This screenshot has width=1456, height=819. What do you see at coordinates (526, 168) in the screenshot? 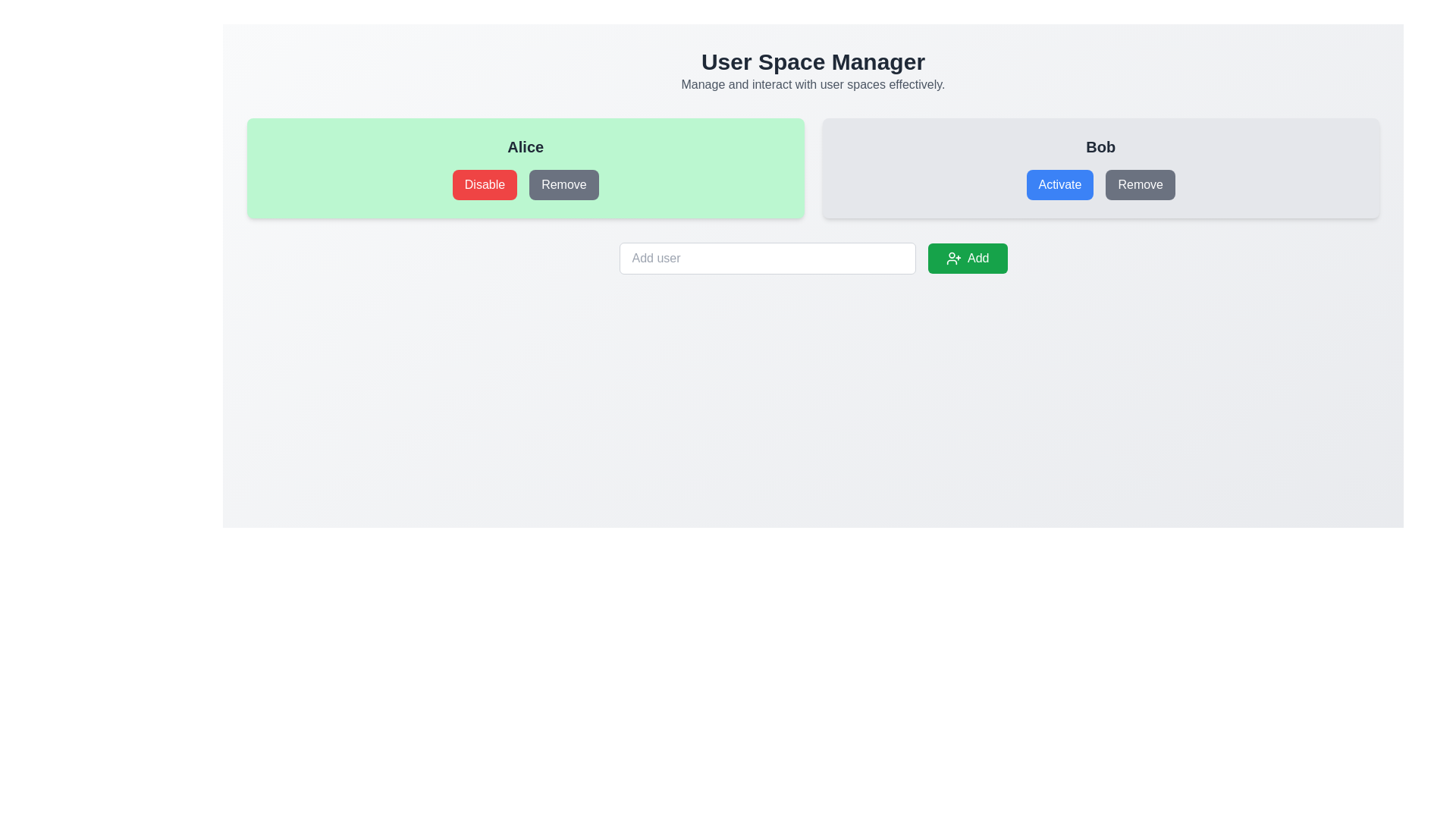
I see `the 'Remove' button on the user card representing 'Alice' located in the first column under the 'User Space Manager' header` at bounding box center [526, 168].